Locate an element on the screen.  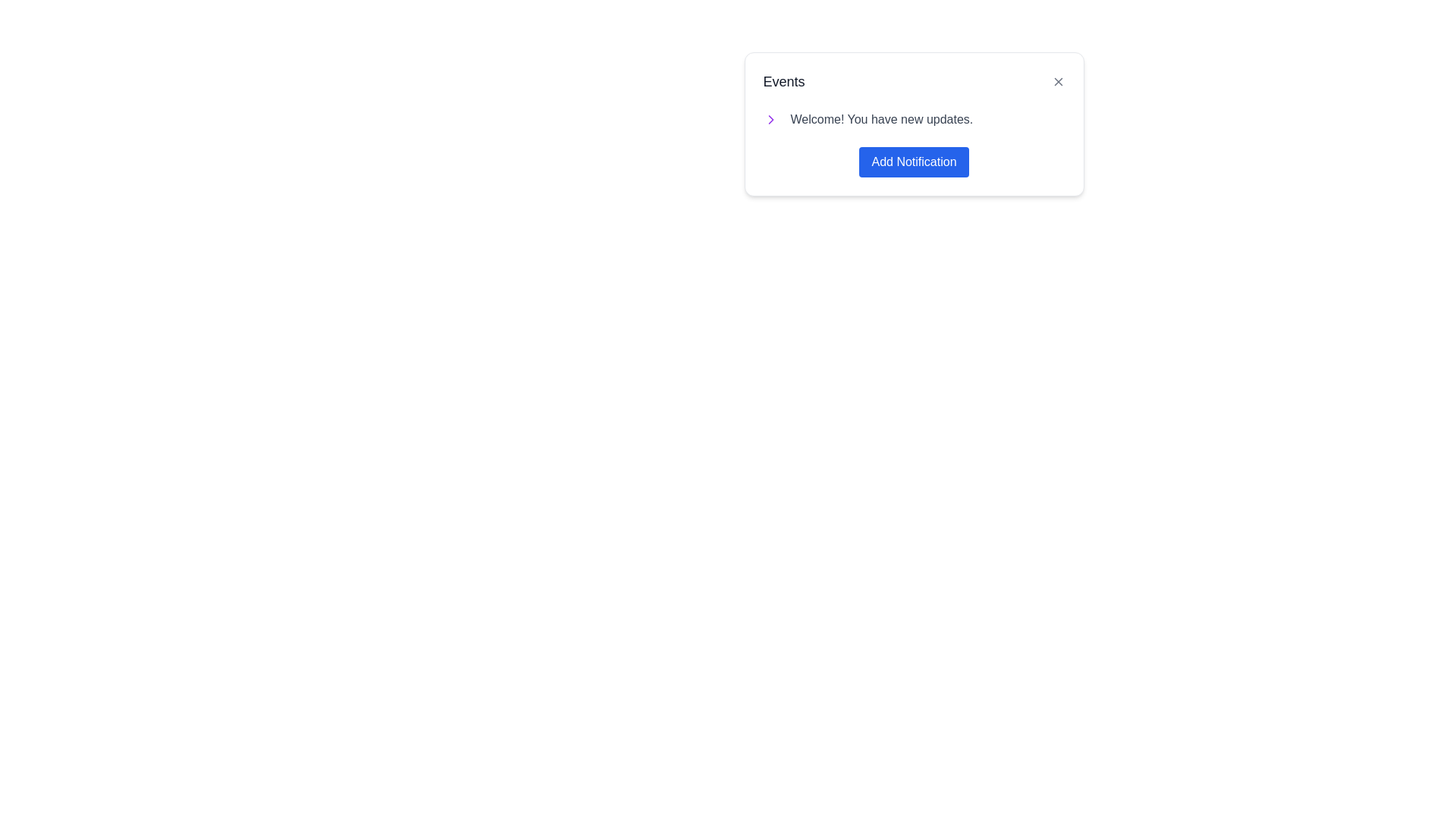
the text display with the message 'Welcome! You have new updates.' located under the heading 'Events' is located at coordinates (913, 119).